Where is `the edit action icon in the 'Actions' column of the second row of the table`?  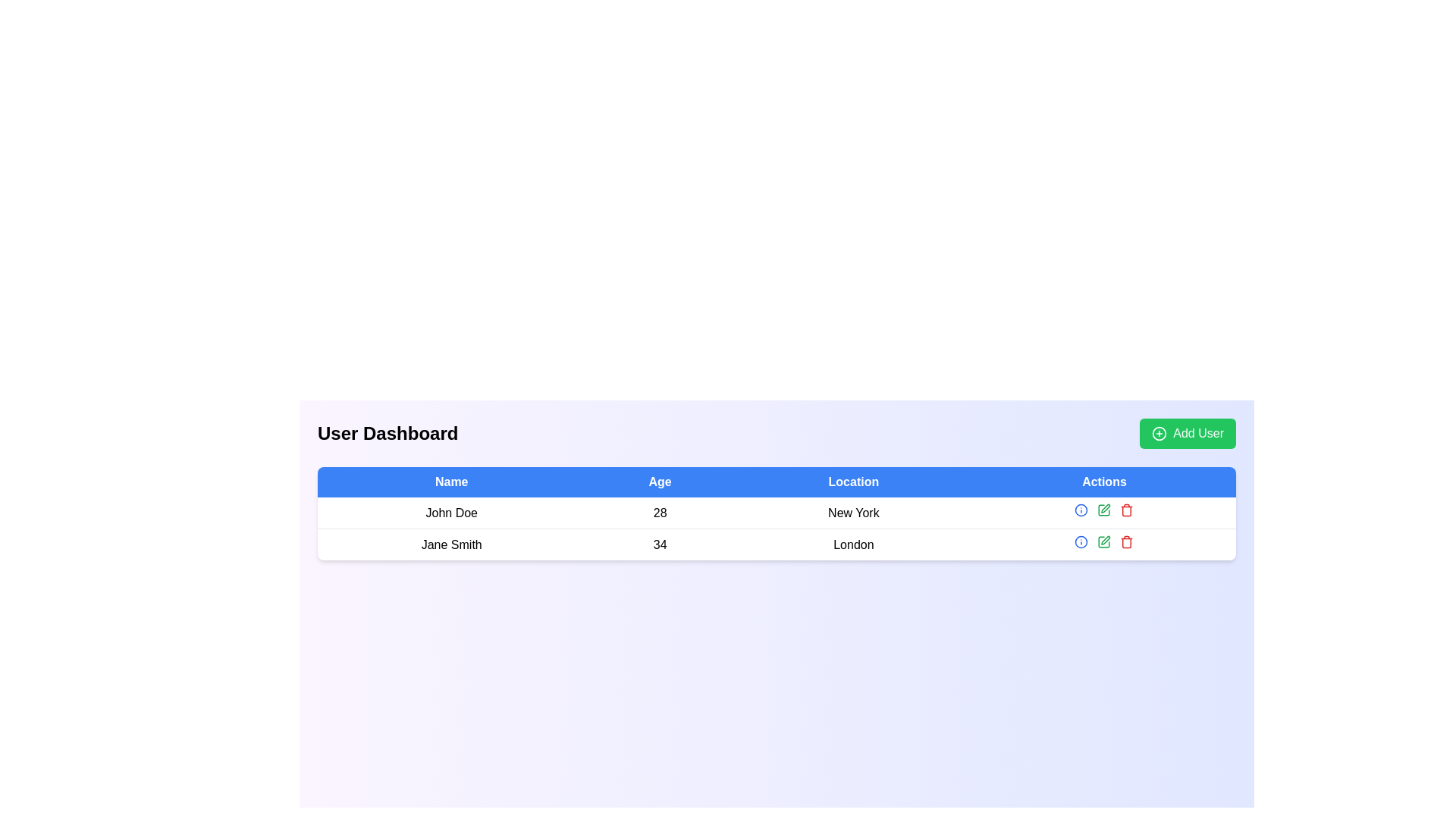
the edit action icon in the 'Actions' column of the second row of the table is located at coordinates (1104, 510).